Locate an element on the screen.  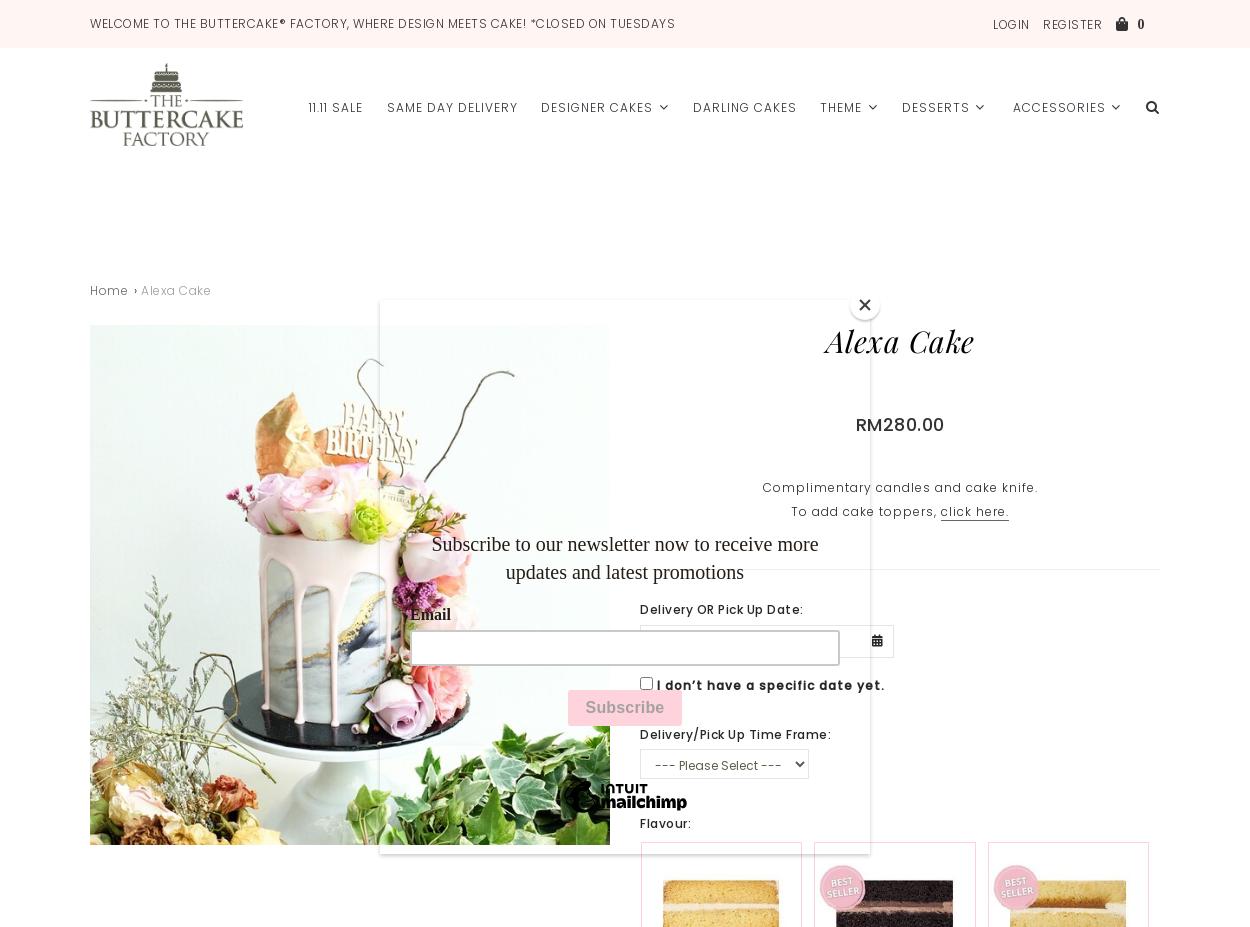
'Accessories' is located at coordinates (1012, 106).